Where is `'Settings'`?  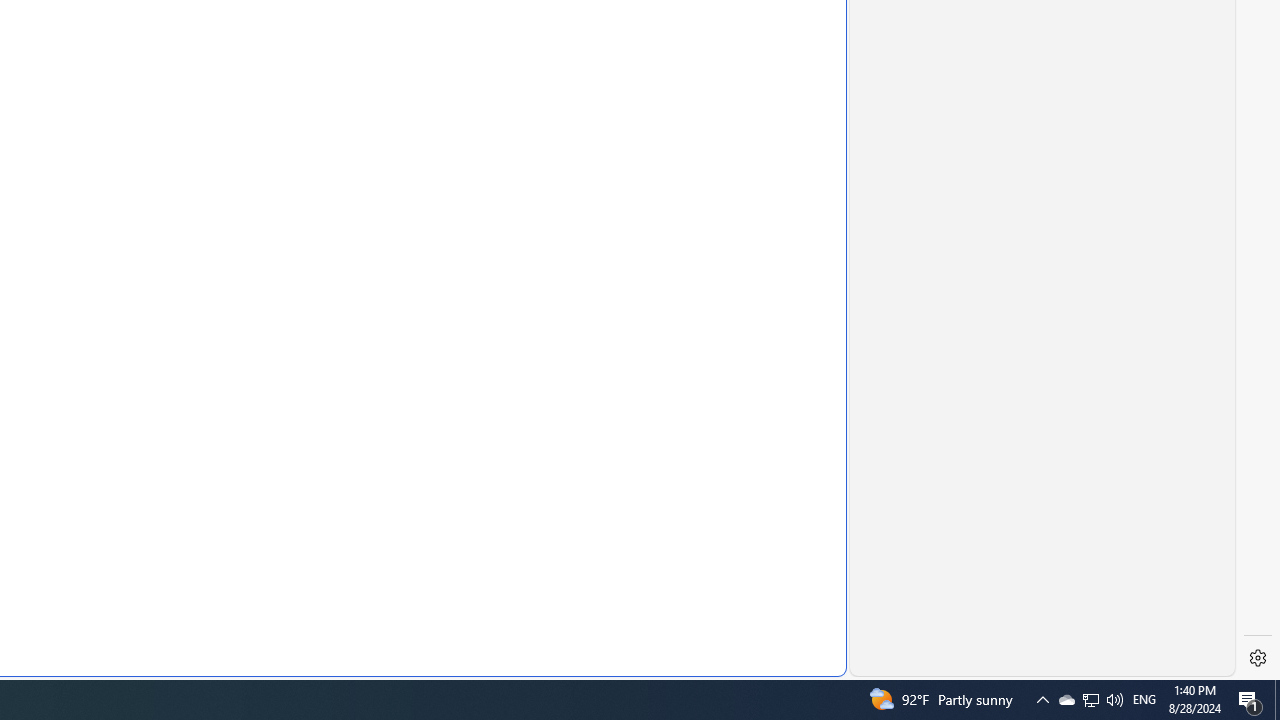 'Settings' is located at coordinates (1257, 658).